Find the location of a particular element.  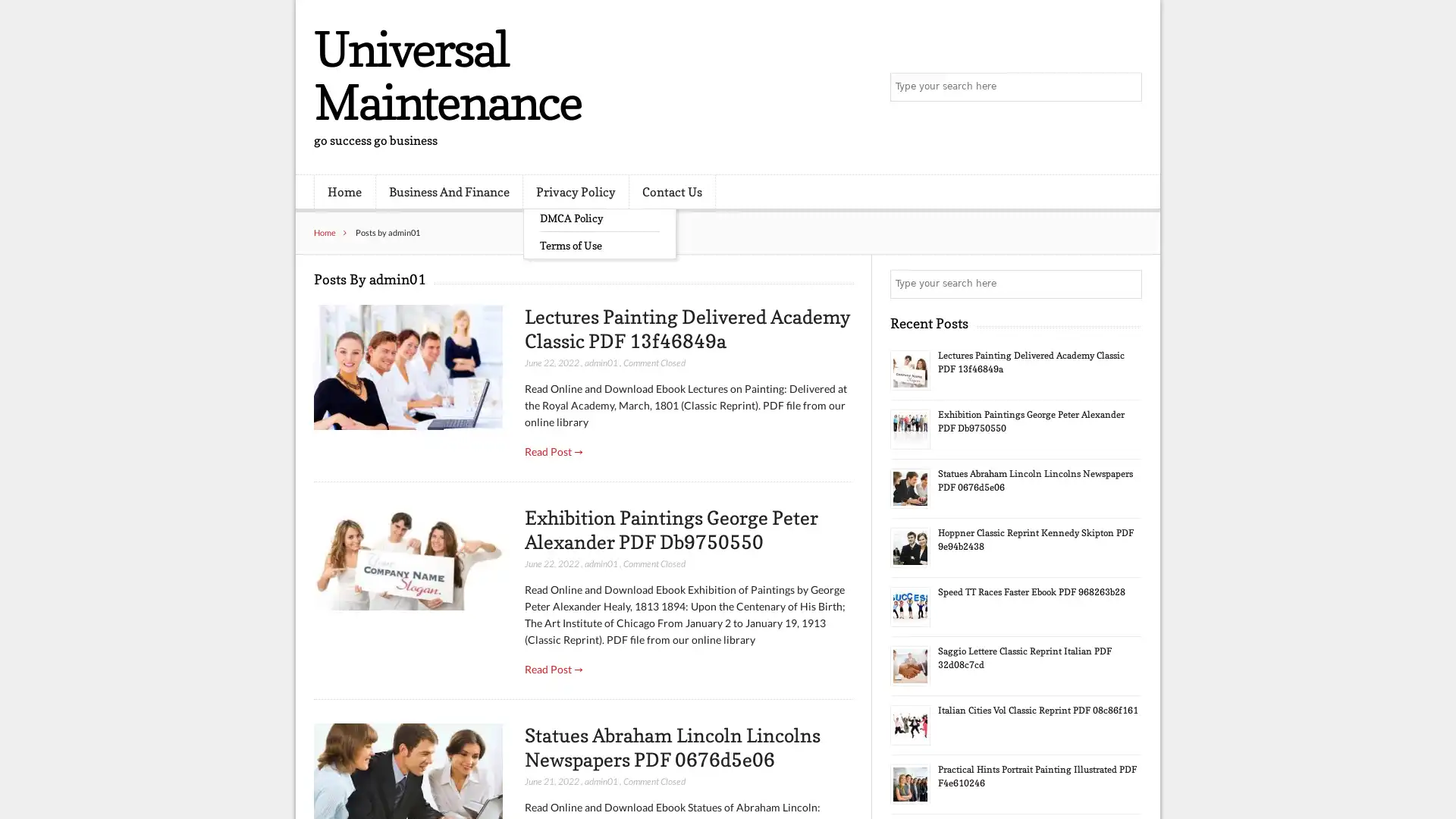

Search is located at coordinates (1126, 284).